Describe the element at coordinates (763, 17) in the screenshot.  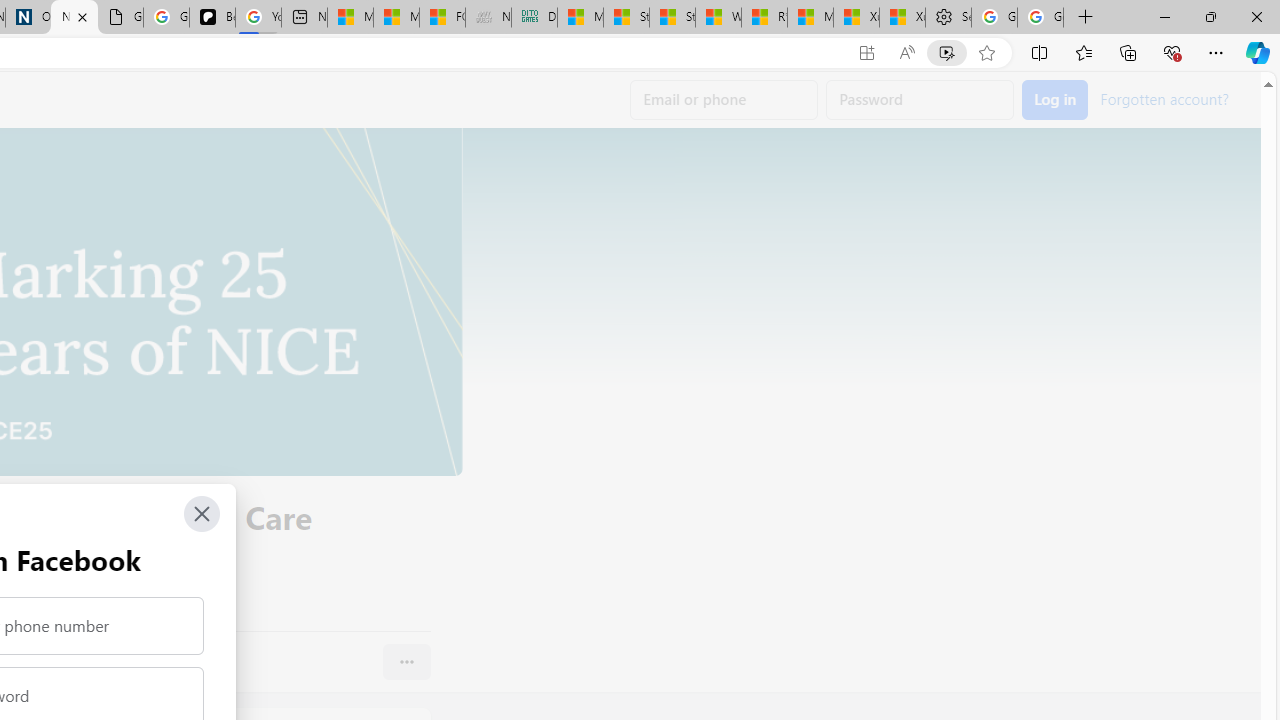
I see `'R******* | Trusted Community Engagement and Contributions'` at that location.